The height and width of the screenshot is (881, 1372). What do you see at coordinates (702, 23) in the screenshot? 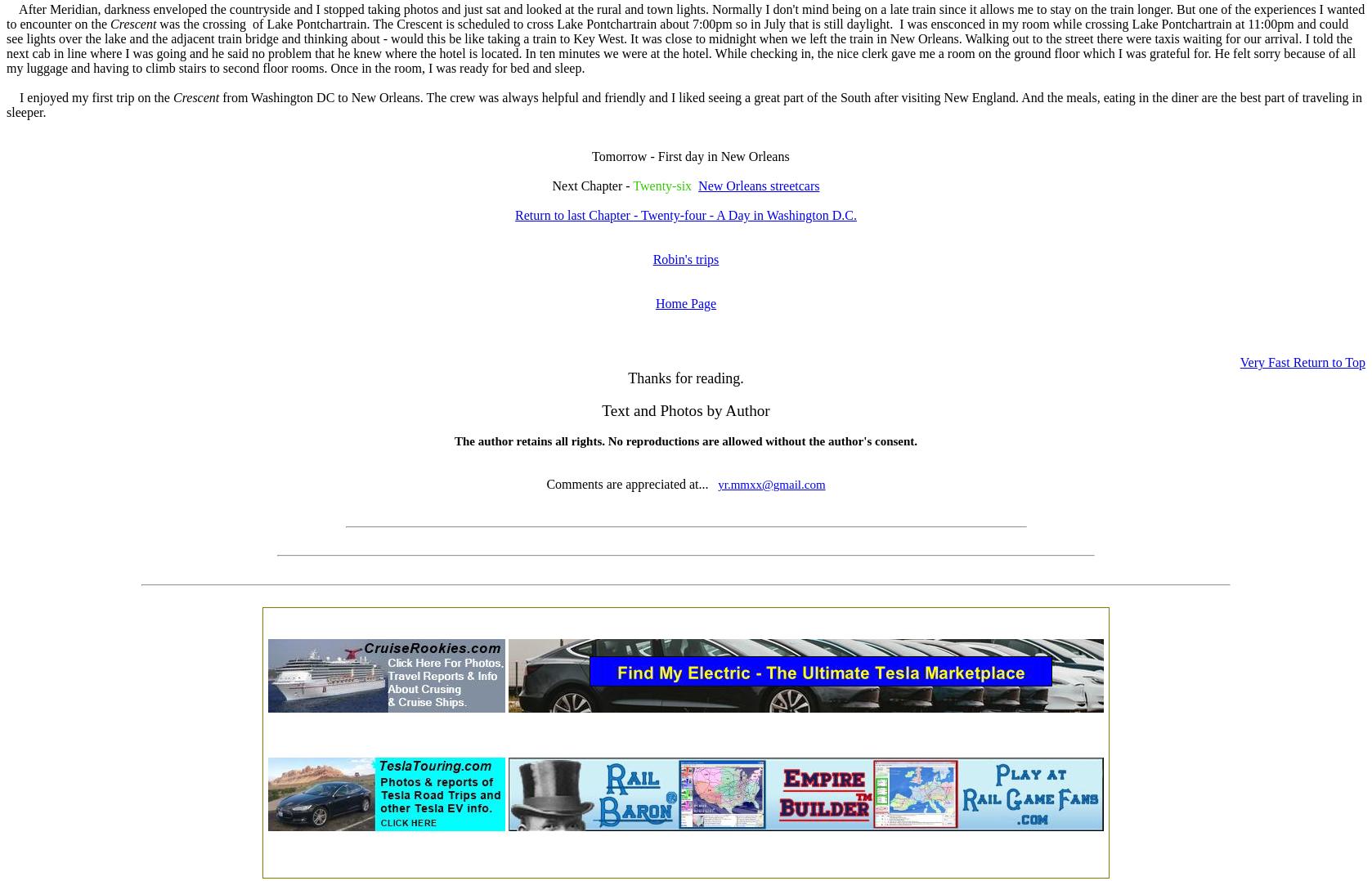
I see `'was the crossing  of Lake Pontchartrain. The Crescent is
        scheduled to cross Lake Pontchartrain about 7:00pm so in July
        that is still daylight.  I was ensconced in my room while
        crossing Lake Pontchartrain at'` at bounding box center [702, 23].